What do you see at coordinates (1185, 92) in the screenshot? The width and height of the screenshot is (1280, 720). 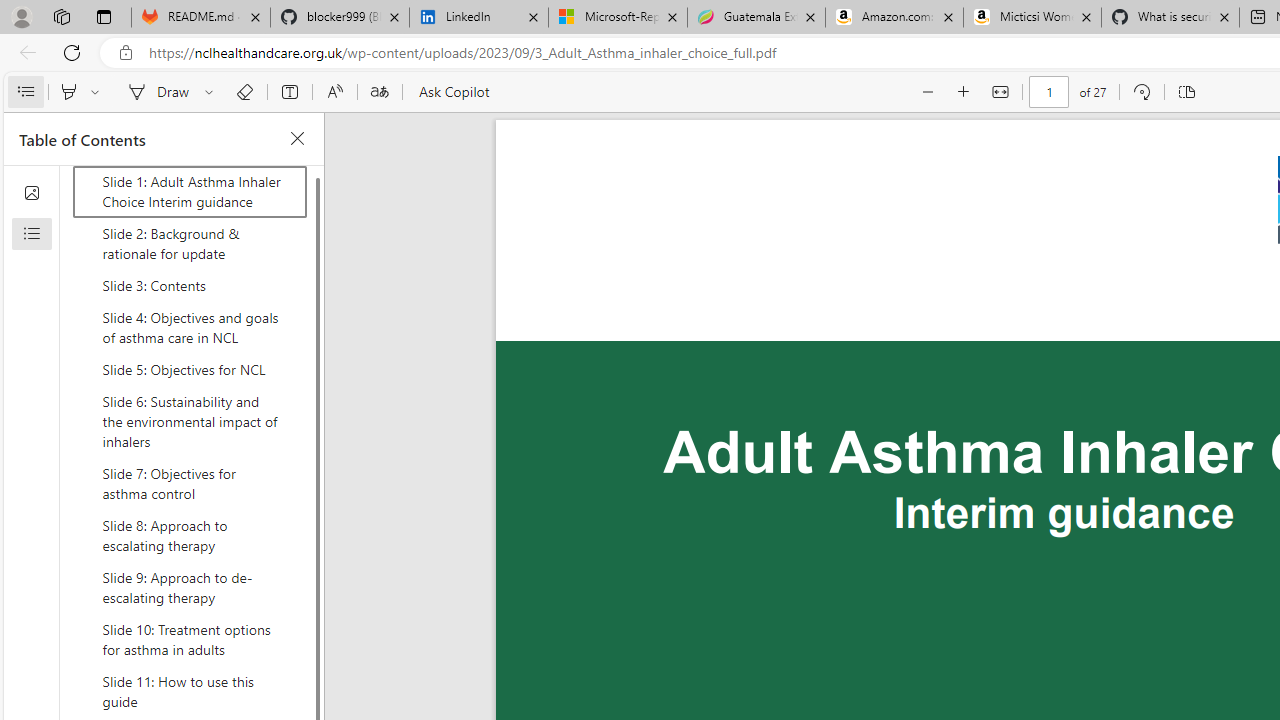 I see `'Page view'` at bounding box center [1185, 92].